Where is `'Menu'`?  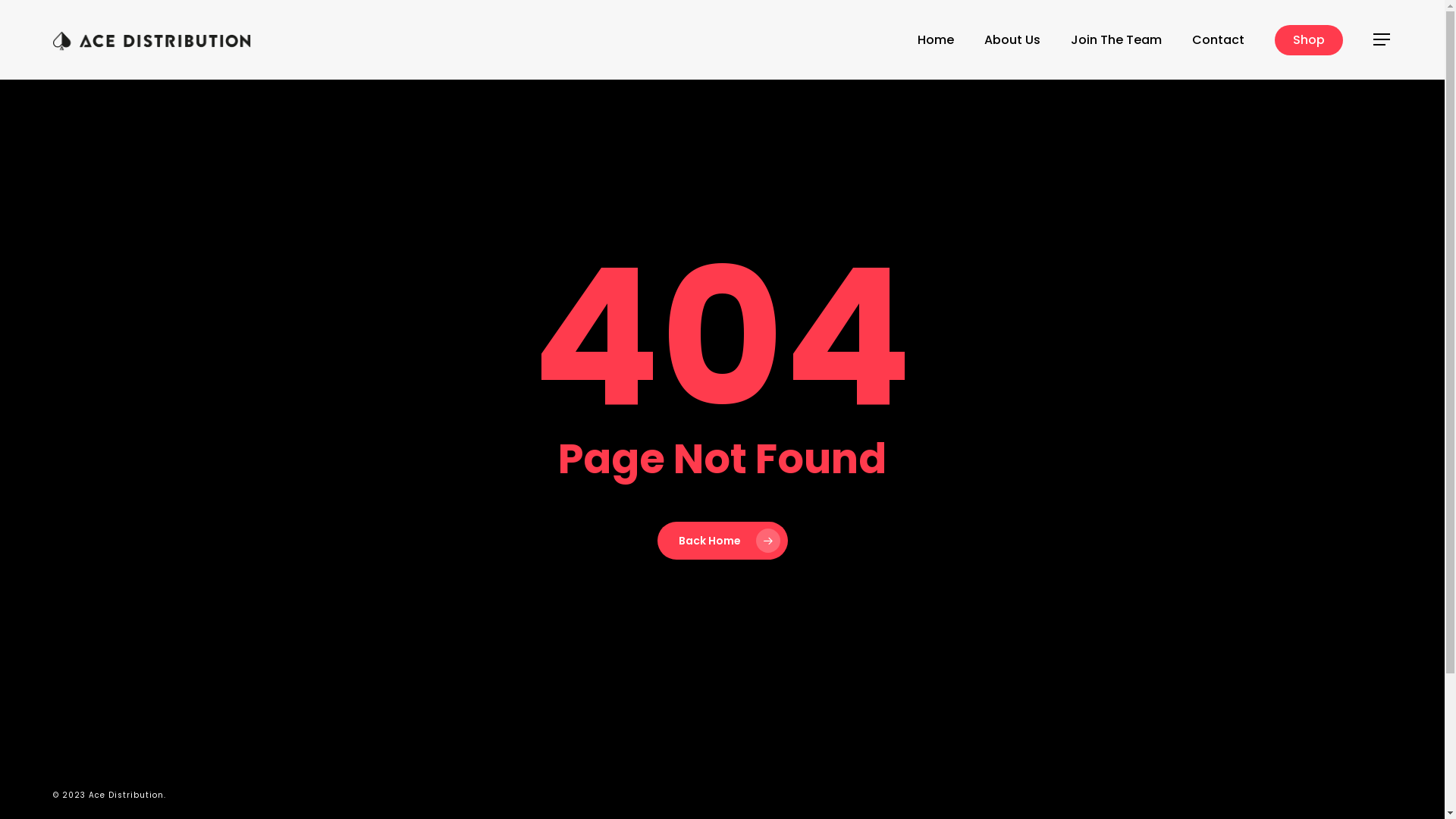 'Menu' is located at coordinates (1373, 39).